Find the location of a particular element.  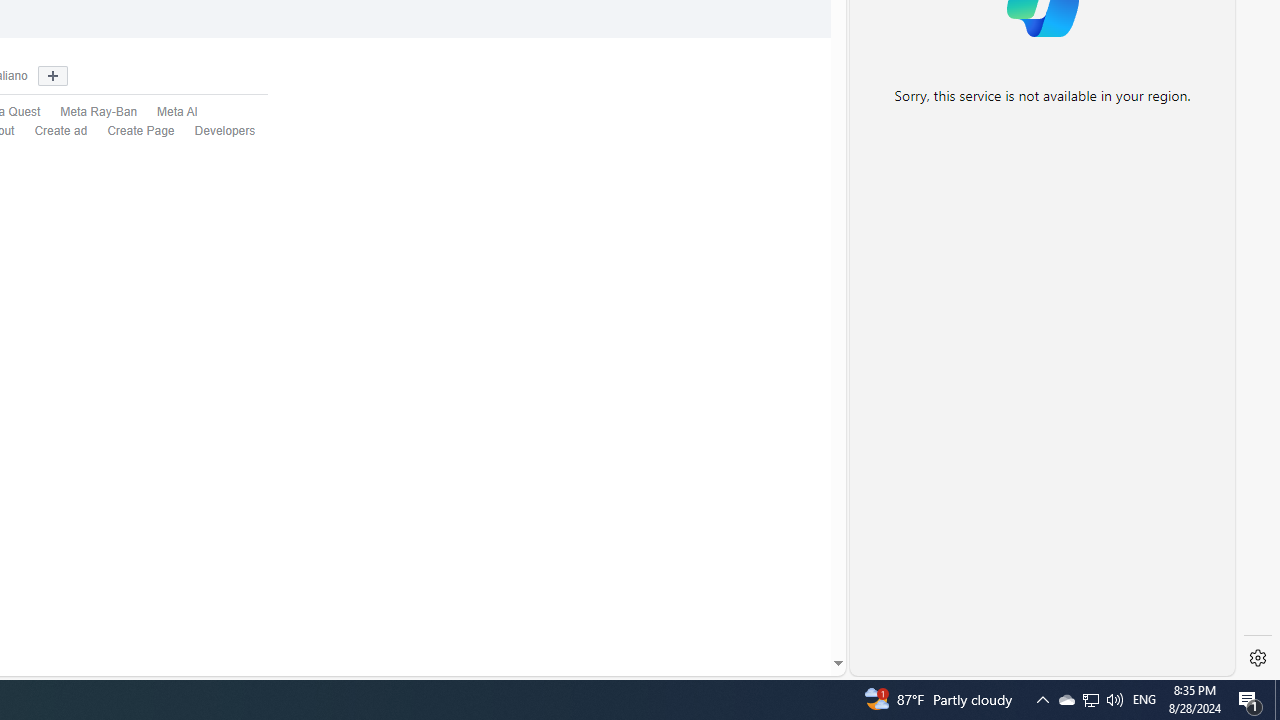

'Create Page' is located at coordinates (140, 131).